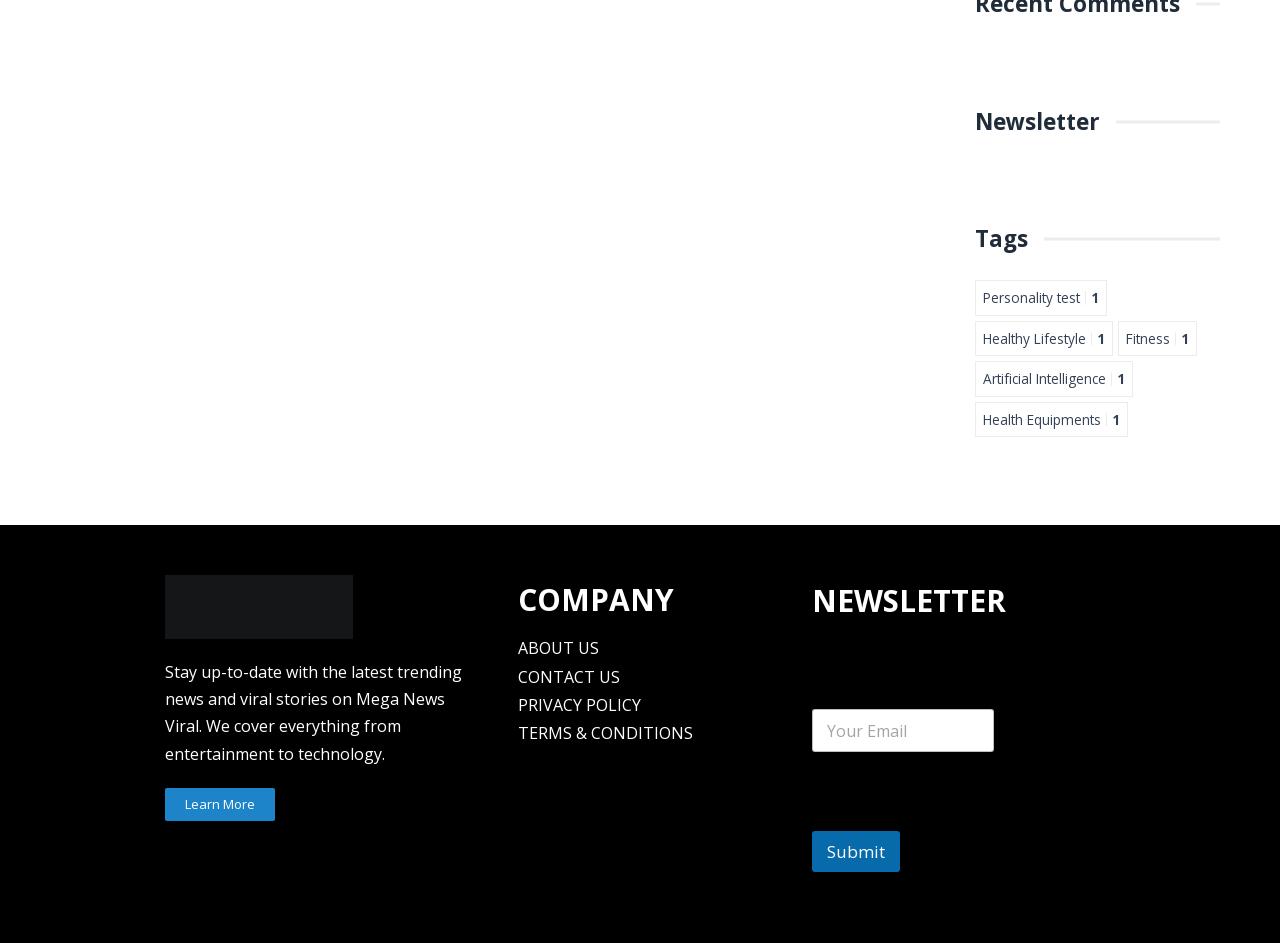 Image resolution: width=1280 pixels, height=943 pixels. Describe the element at coordinates (578, 703) in the screenshot. I see `'PRIVACY POLICY'` at that location.